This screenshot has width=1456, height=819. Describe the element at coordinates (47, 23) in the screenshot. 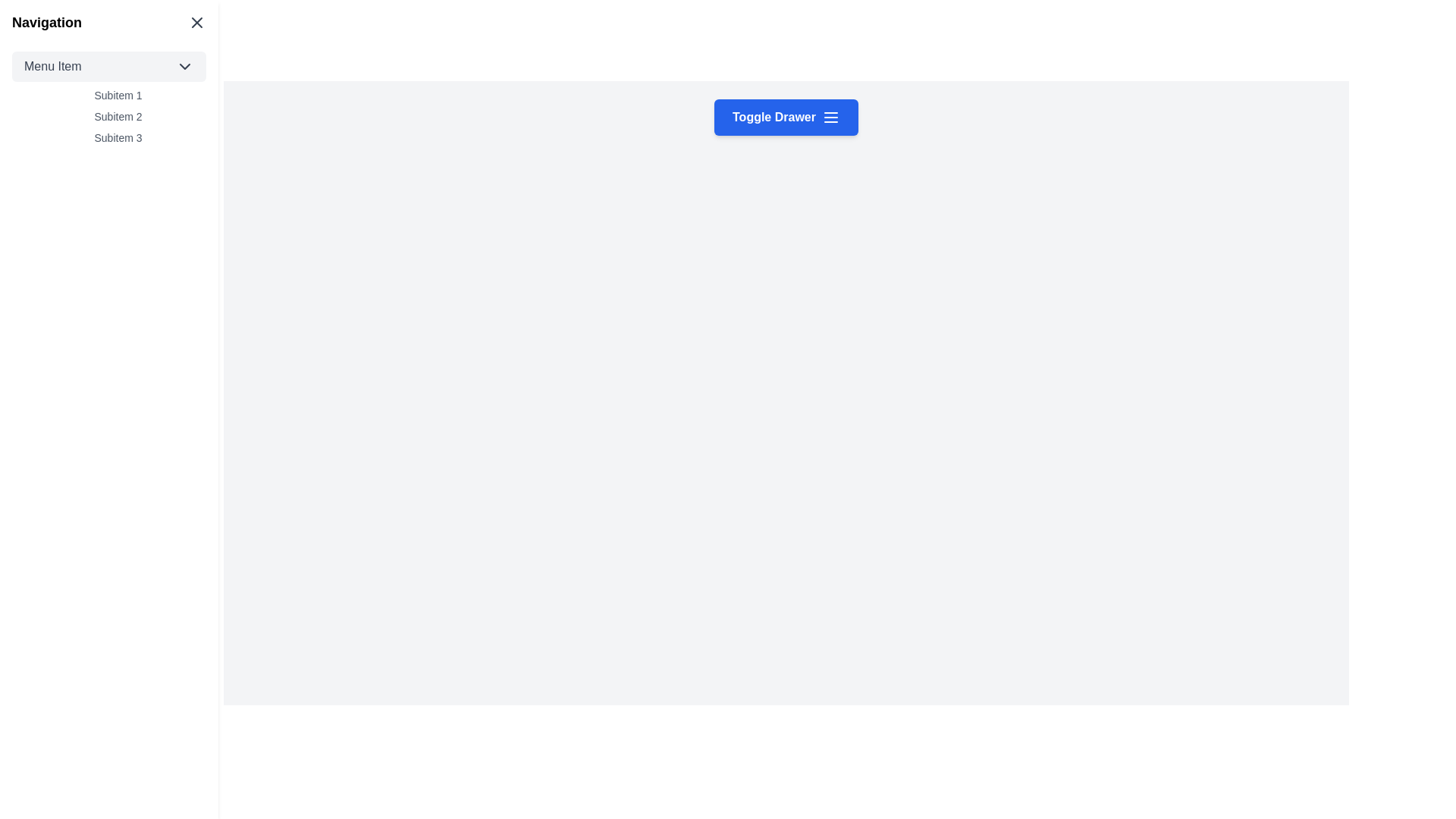

I see `the text label that reads 'Navigation', which is prominently styled in bold and located at the top-left corner of the interface` at that location.